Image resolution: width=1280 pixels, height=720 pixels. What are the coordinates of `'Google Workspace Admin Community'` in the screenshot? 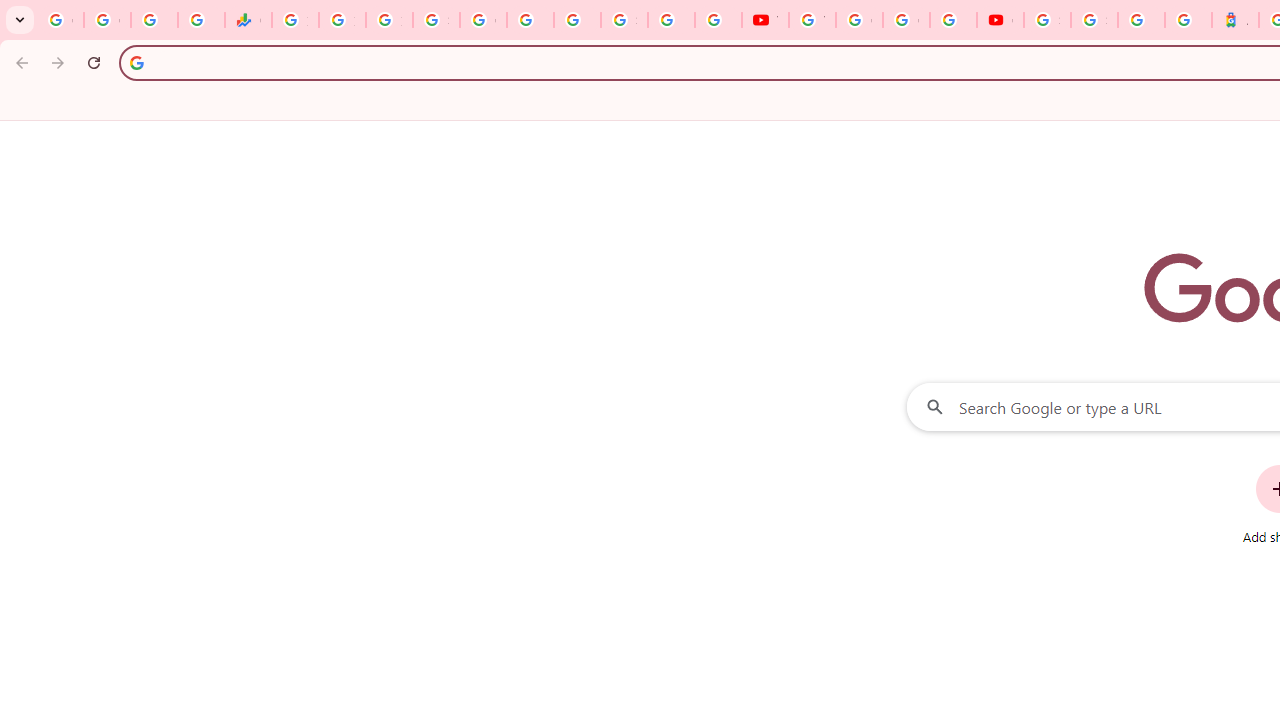 It's located at (60, 20).